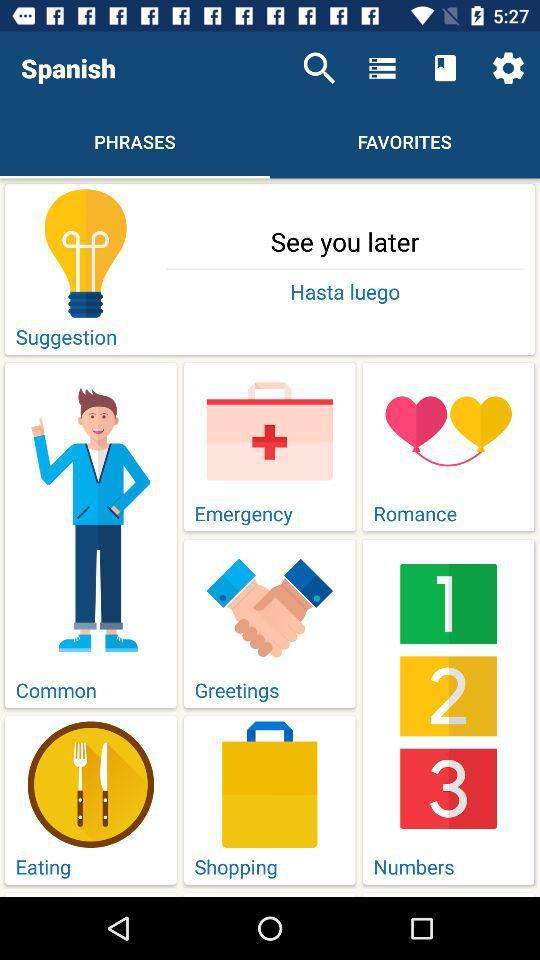 Image resolution: width=540 pixels, height=960 pixels. Describe the element at coordinates (508, 68) in the screenshot. I see `icon above the see you later icon` at that location.